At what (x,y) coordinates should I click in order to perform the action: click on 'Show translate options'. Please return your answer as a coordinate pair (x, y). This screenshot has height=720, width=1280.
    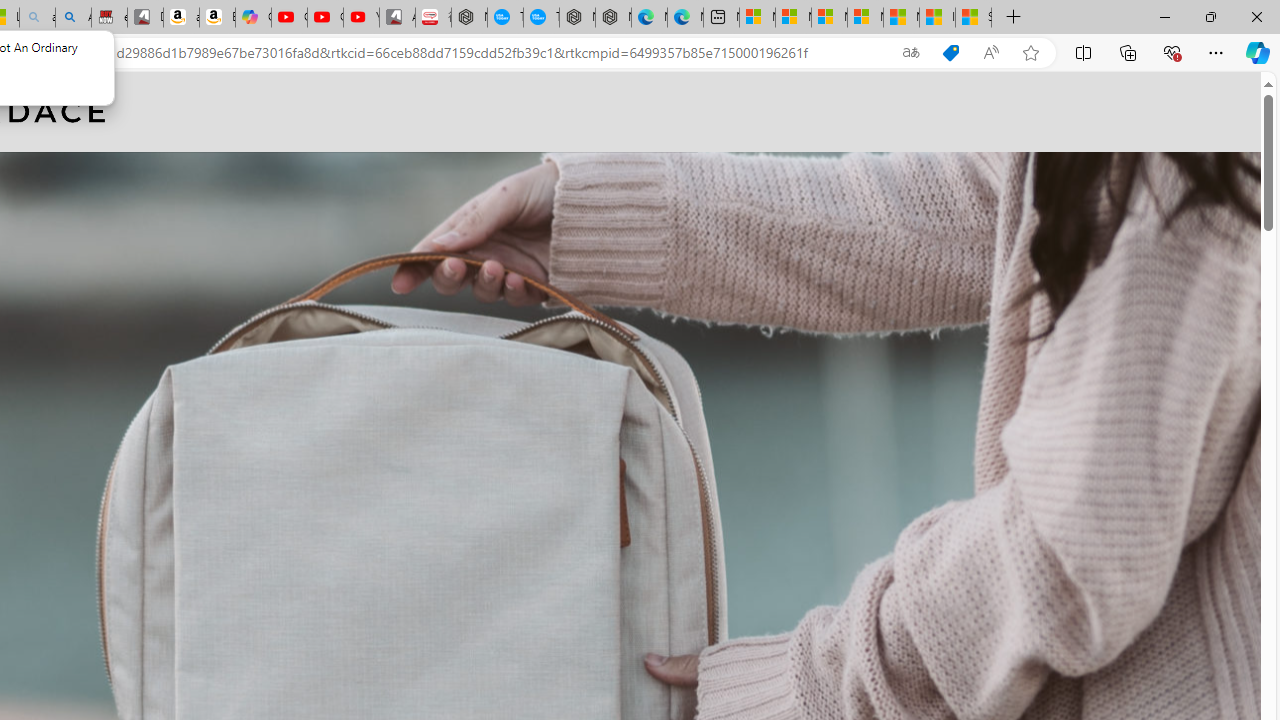
    Looking at the image, I should click on (909, 52).